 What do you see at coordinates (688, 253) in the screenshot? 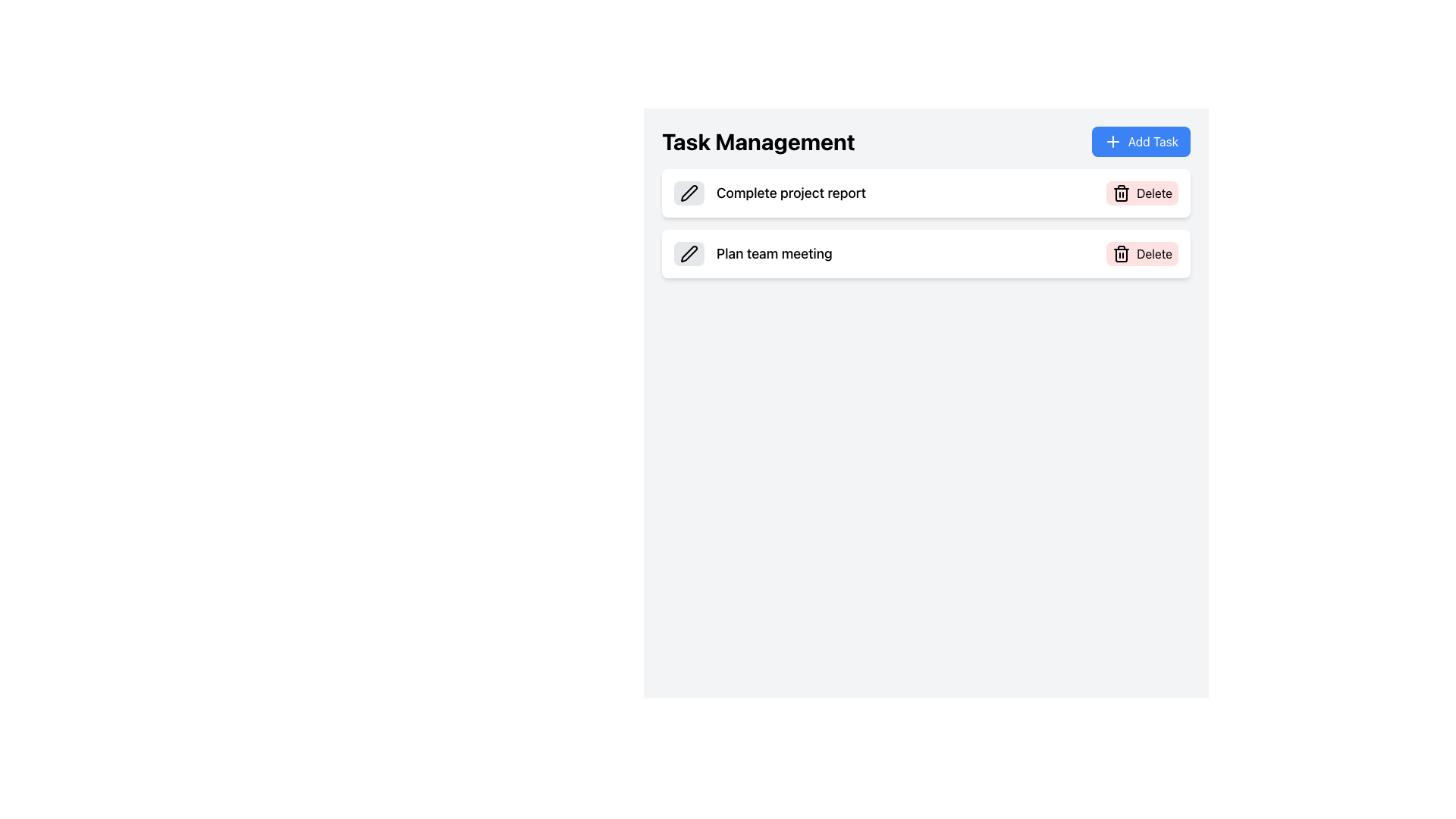
I see `the button with a pen icon that changes color from light gray to blue, located in the second row under the 'Task Management' heading` at bounding box center [688, 253].